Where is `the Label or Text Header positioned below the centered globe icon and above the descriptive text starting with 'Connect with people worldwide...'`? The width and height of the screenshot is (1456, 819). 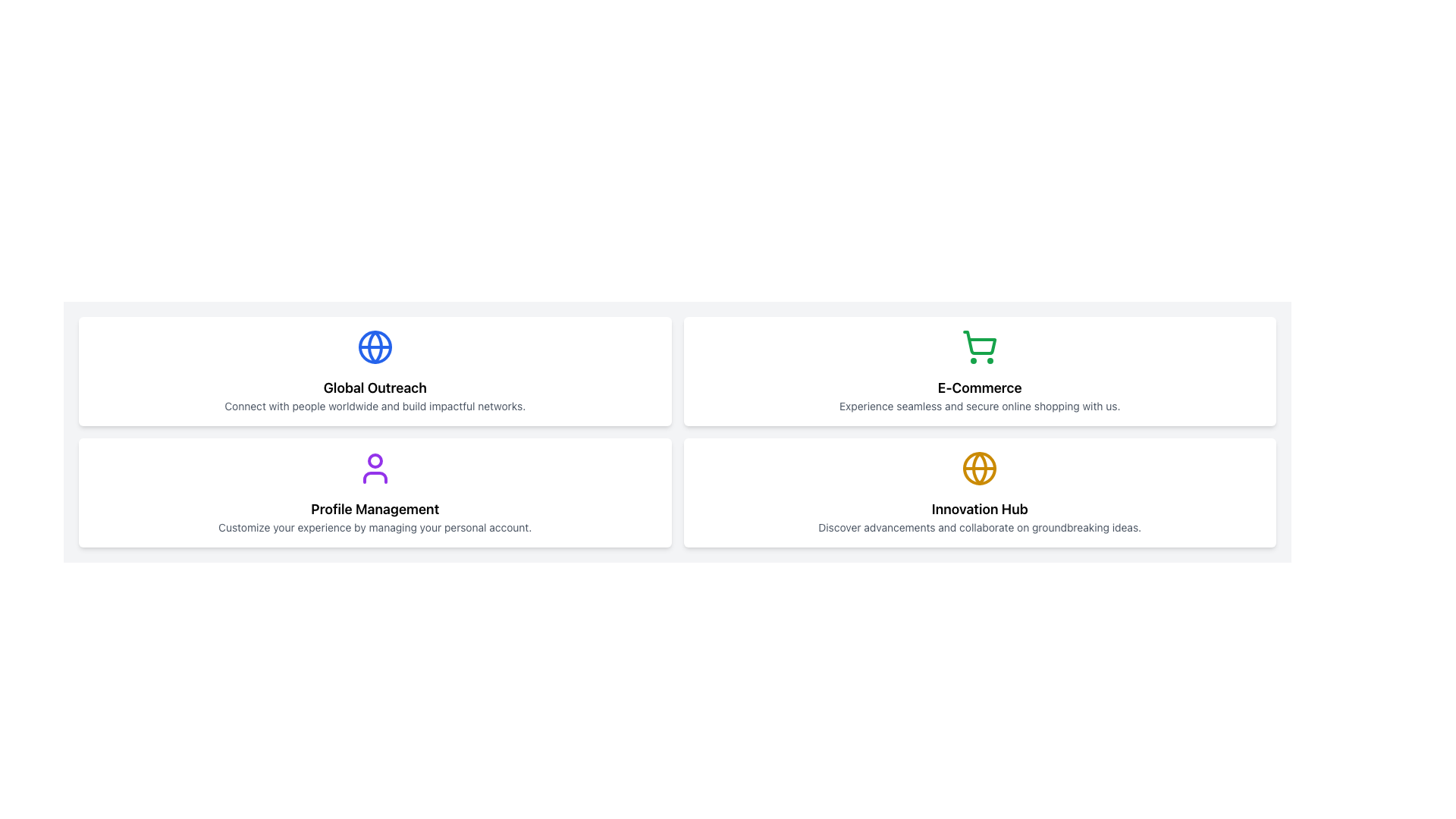 the Label or Text Header positioned below the centered globe icon and above the descriptive text starting with 'Connect with people worldwide...' is located at coordinates (375, 388).